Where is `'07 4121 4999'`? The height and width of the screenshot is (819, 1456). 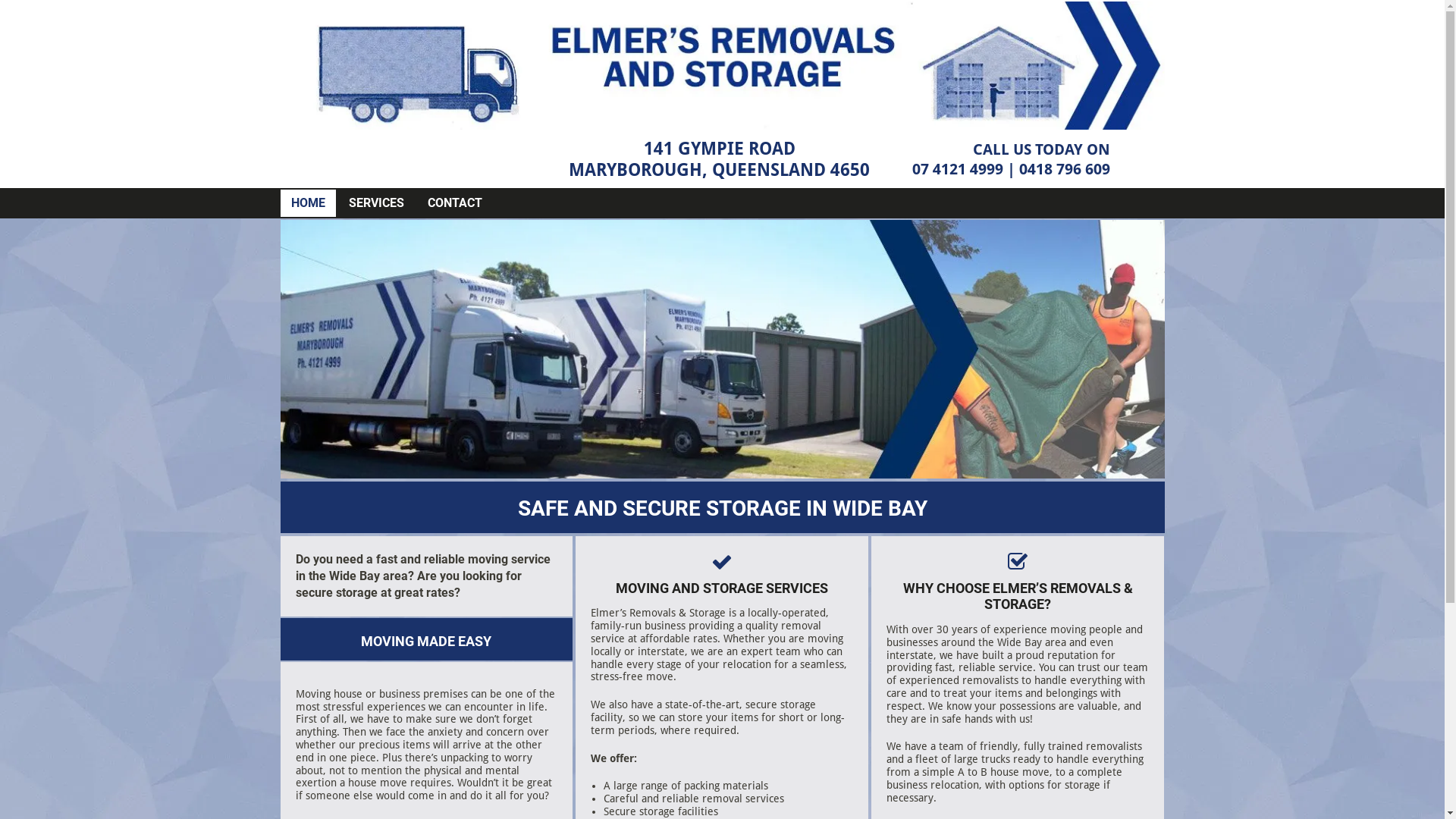 '07 4121 4999' is located at coordinates (956, 169).